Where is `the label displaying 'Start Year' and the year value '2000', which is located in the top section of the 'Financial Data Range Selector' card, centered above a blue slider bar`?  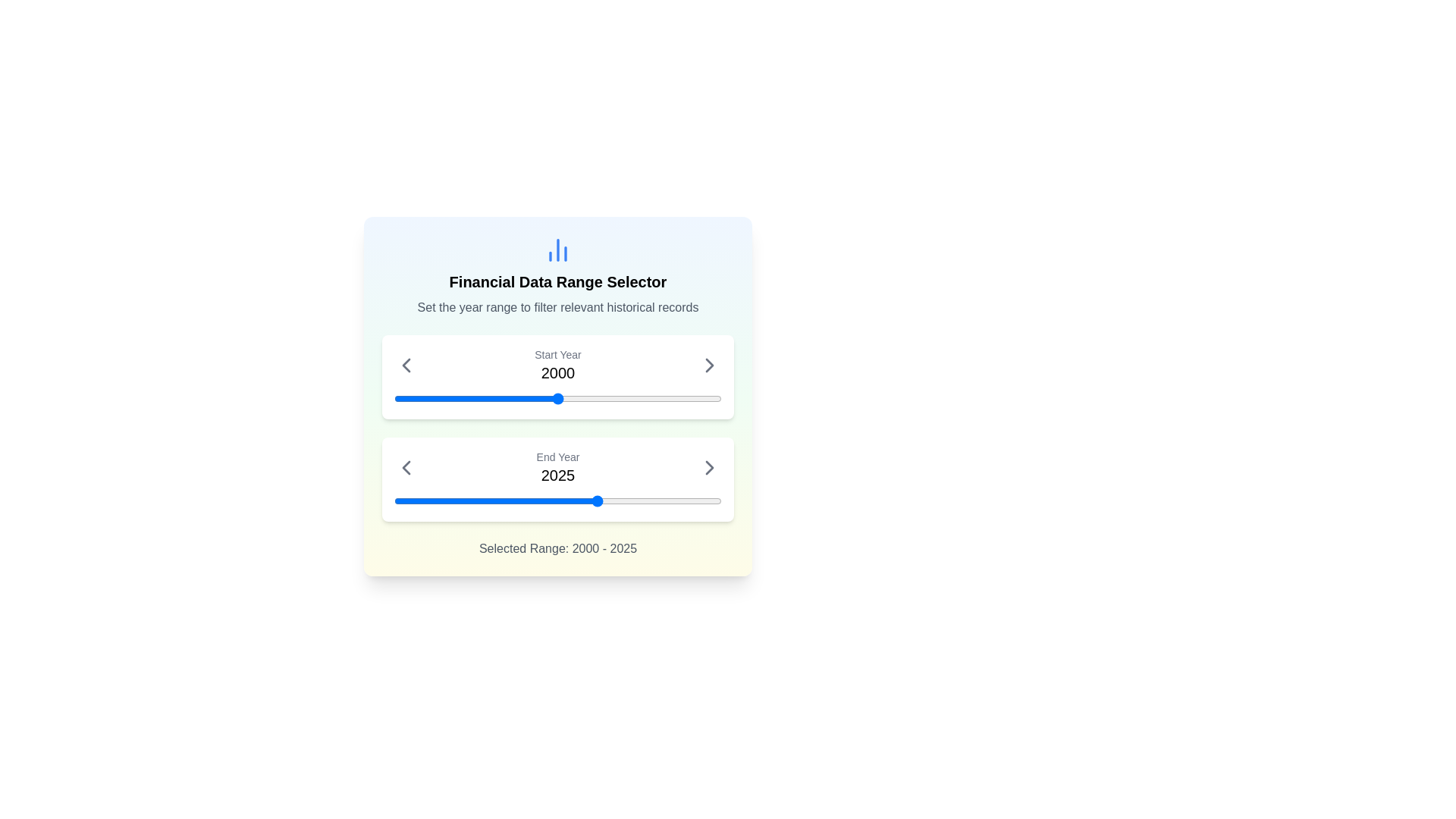
the label displaying 'Start Year' and the year value '2000', which is located in the top section of the 'Financial Data Range Selector' card, centered above a blue slider bar is located at coordinates (557, 366).